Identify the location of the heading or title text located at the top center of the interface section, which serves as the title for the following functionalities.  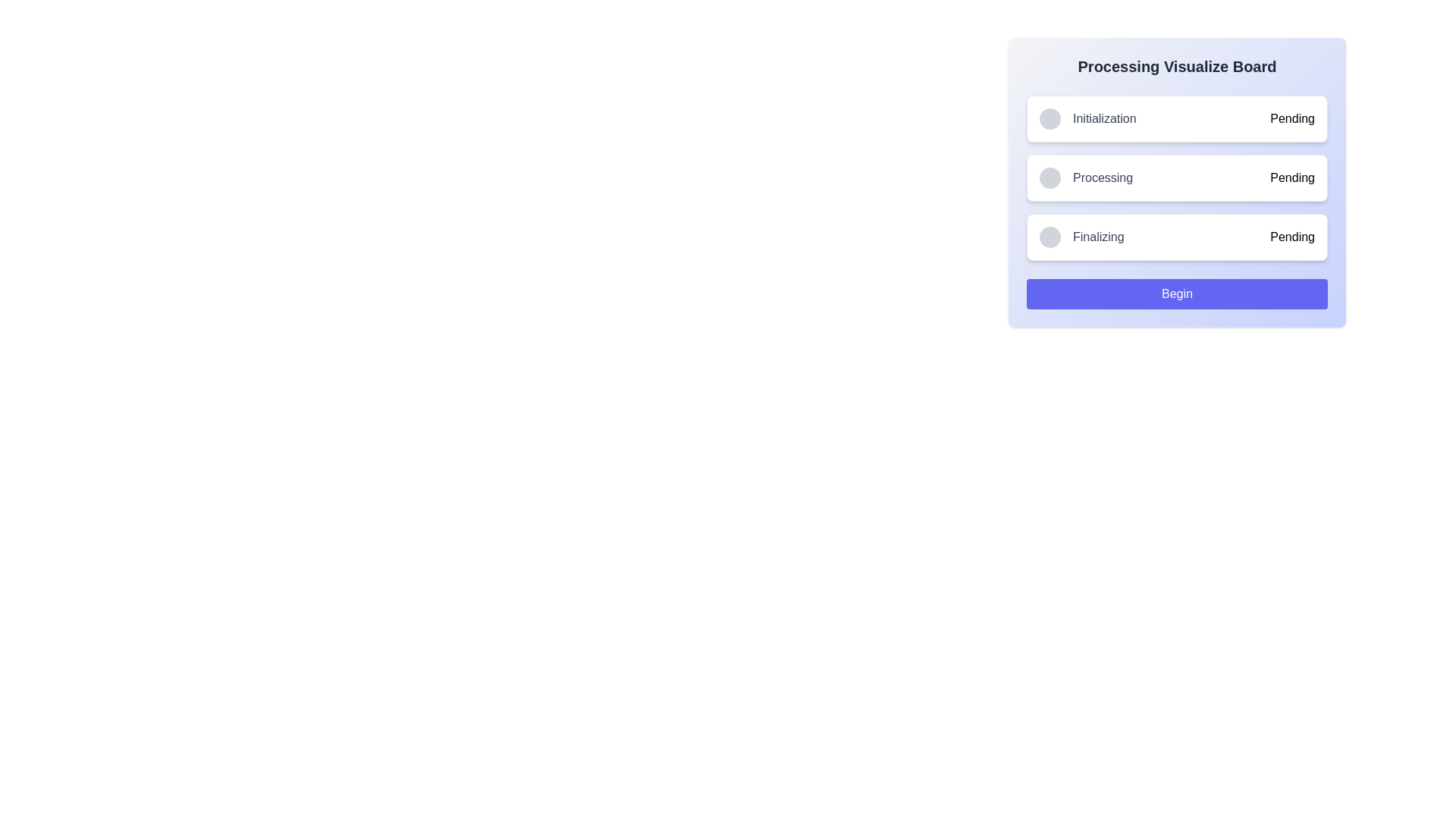
(1176, 66).